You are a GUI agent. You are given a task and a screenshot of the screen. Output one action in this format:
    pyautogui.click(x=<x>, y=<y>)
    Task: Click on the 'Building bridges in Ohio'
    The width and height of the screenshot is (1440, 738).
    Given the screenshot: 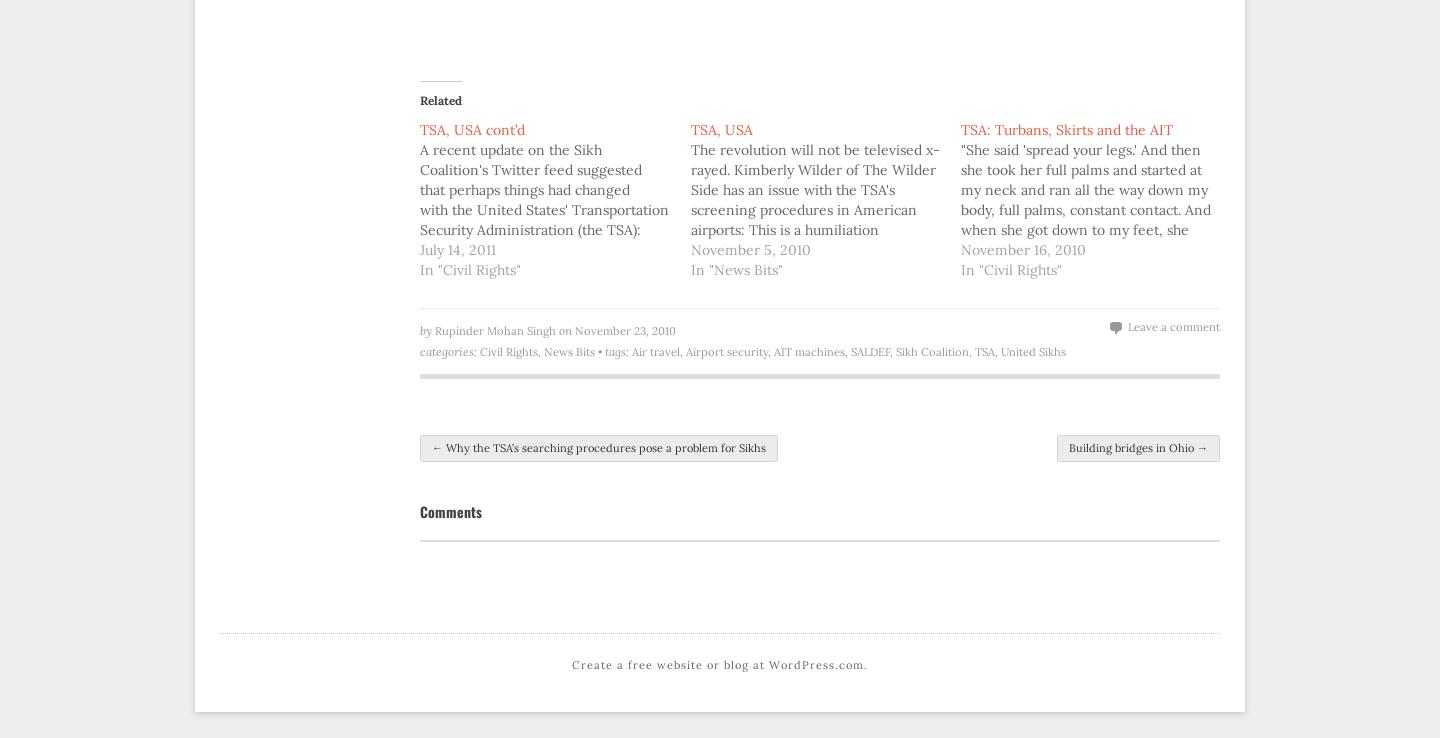 What is the action you would take?
    pyautogui.click(x=1131, y=446)
    